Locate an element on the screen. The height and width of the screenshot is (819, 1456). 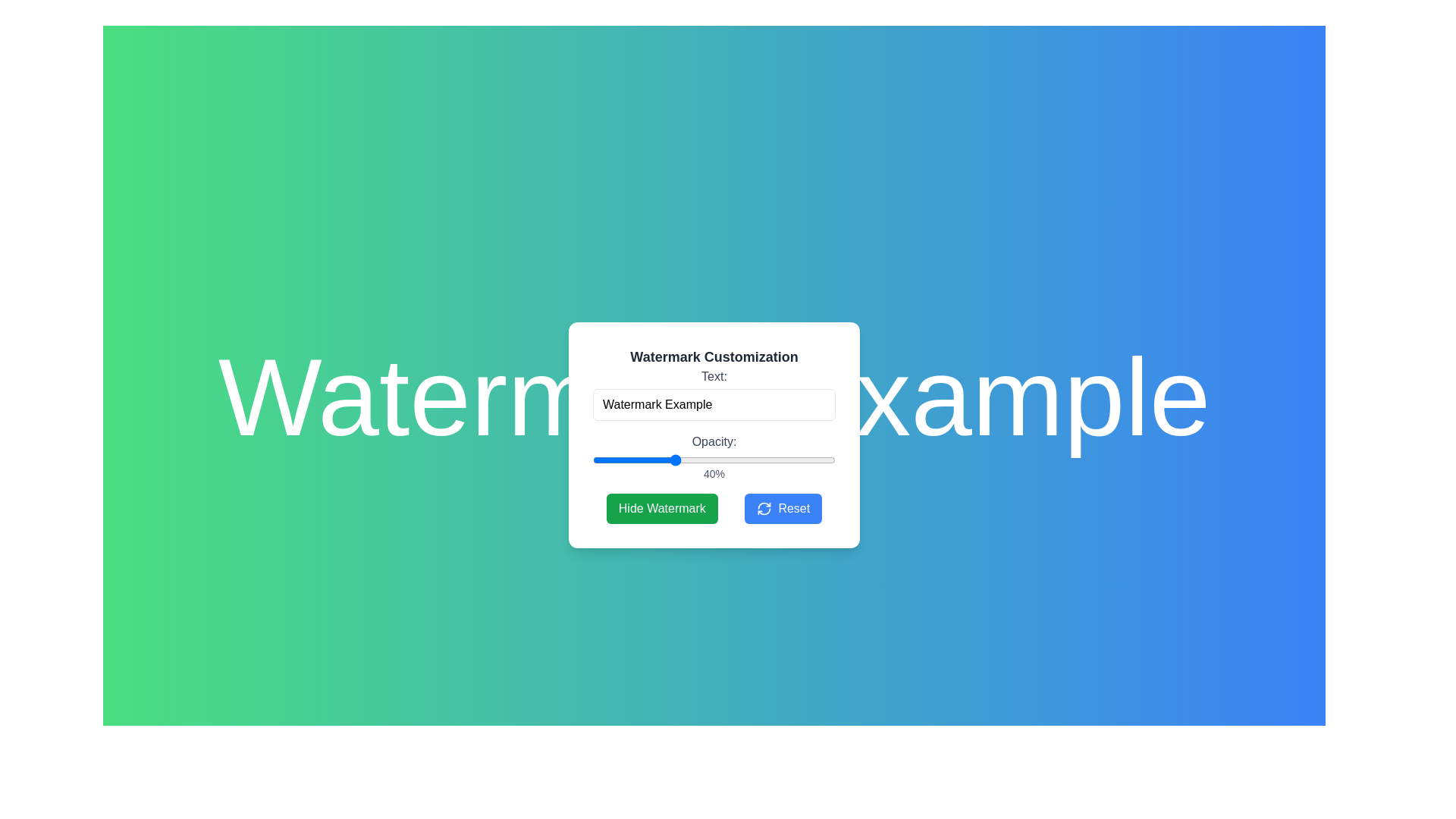
opacity is located at coordinates (635, 459).